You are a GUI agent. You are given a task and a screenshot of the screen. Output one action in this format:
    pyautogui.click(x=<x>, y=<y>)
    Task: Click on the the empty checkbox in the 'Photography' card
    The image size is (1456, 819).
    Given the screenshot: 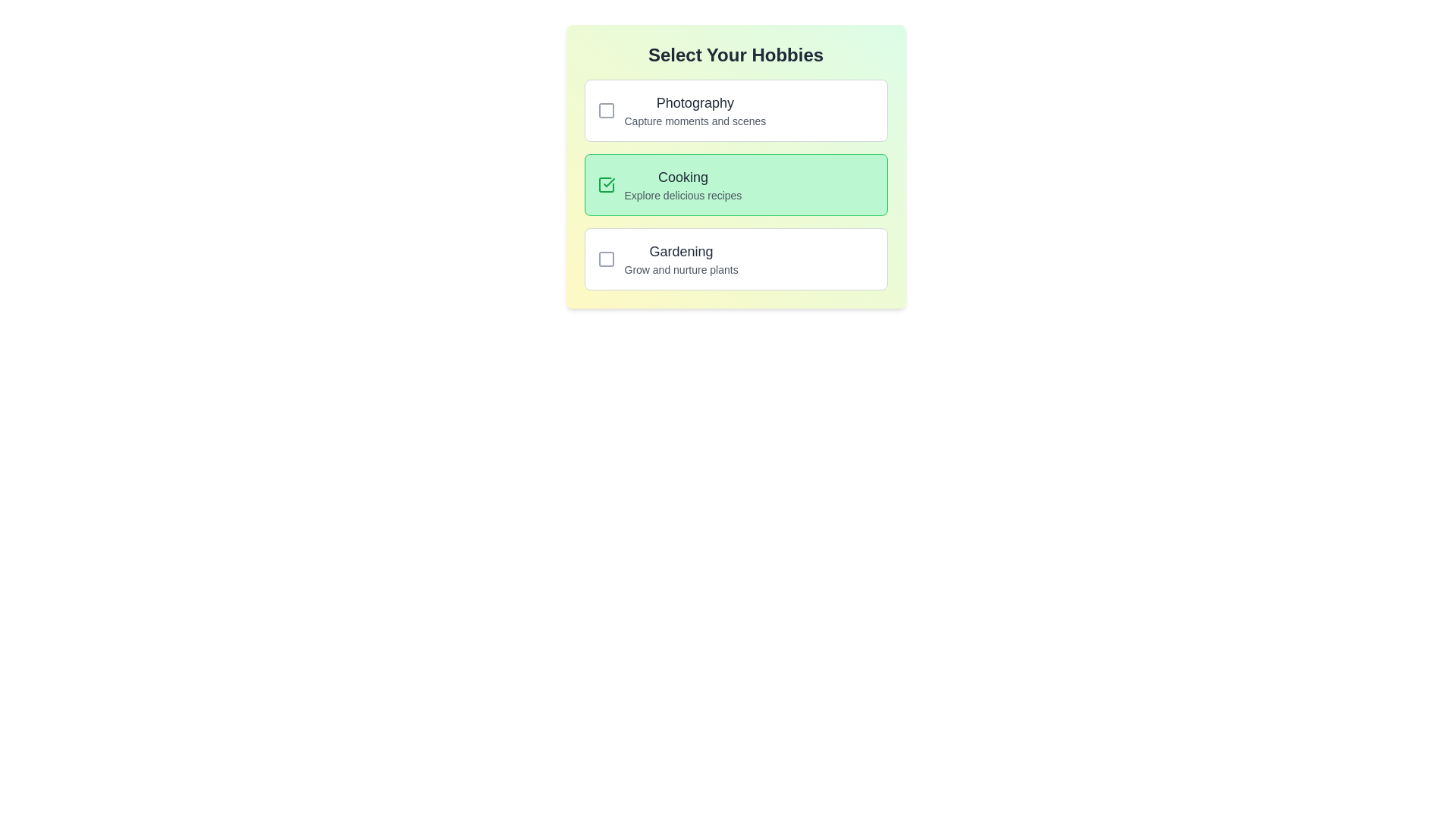 What is the action you would take?
    pyautogui.click(x=736, y=110)
    